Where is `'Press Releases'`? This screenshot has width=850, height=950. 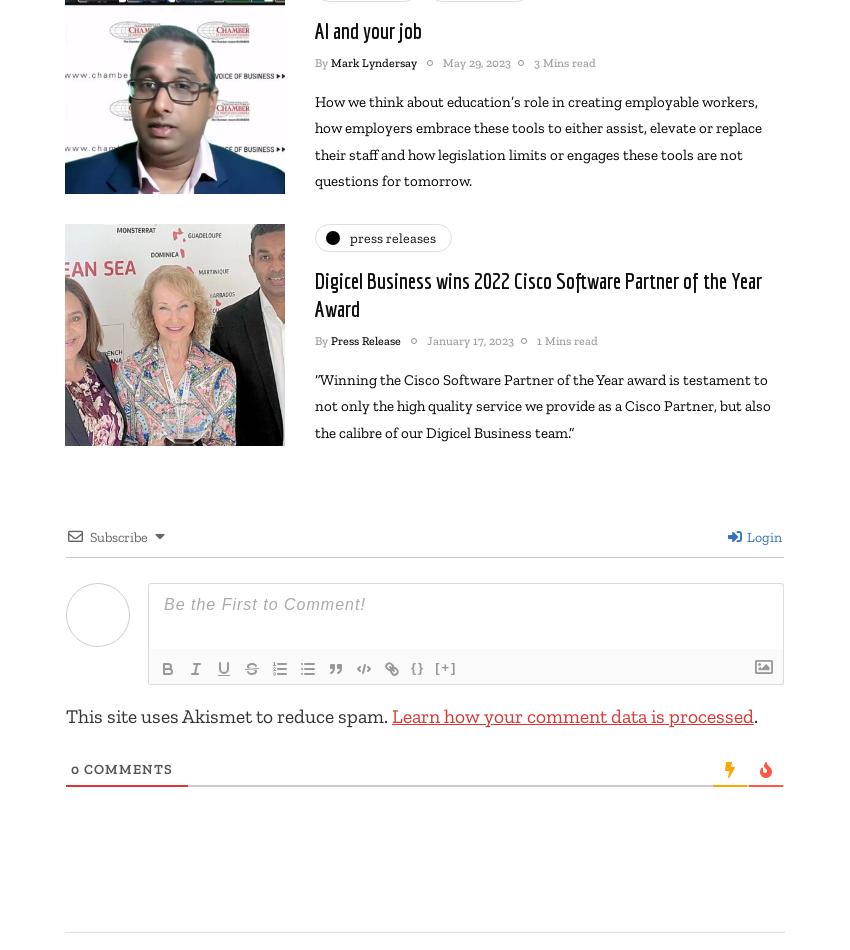
'Press Releases' is located at coordinates (349, 237).